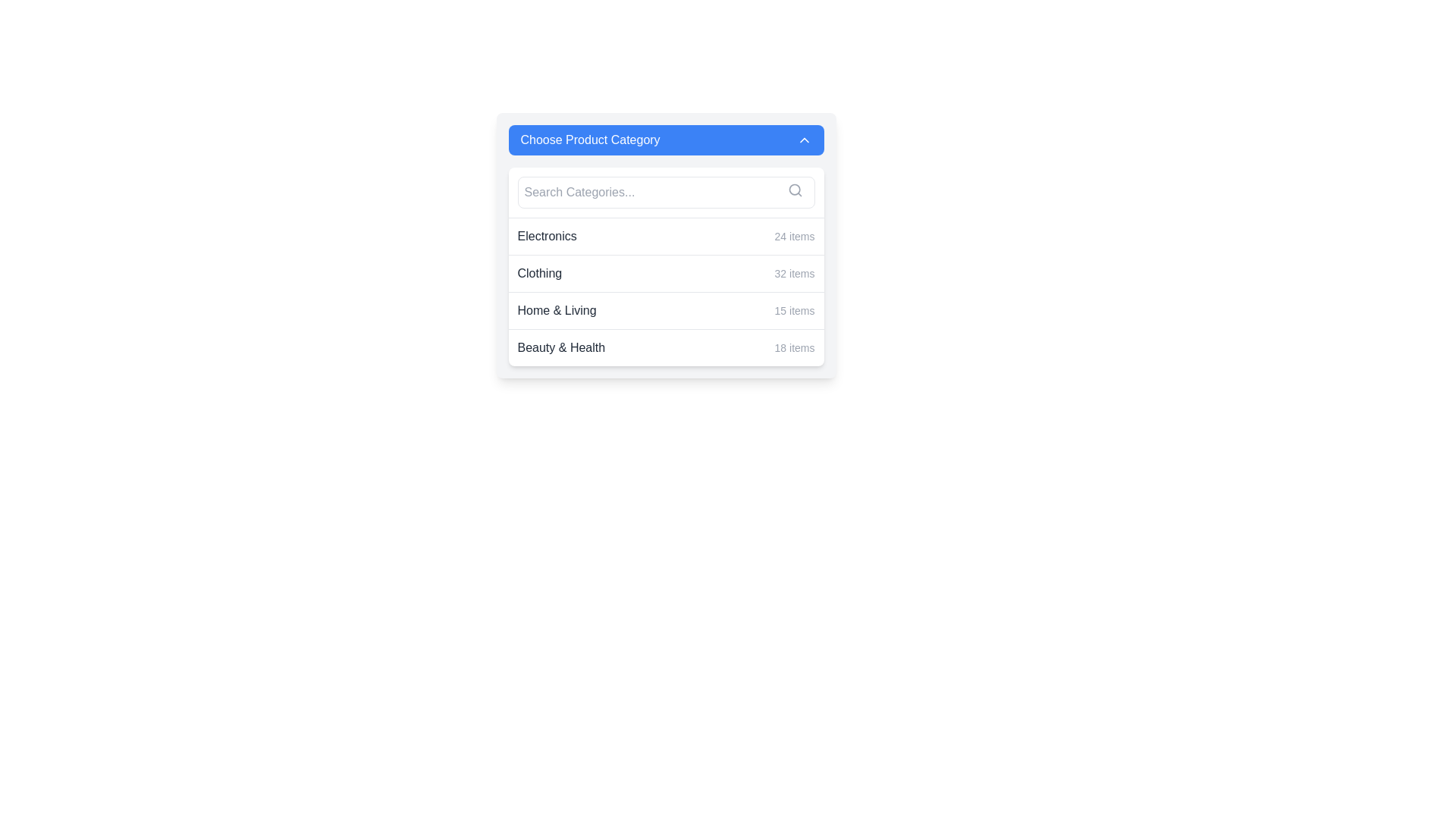 The width and height of the screenshot is (1456, 819). What do you see at coordinates (794, 189) in the screenshot?
I see `the magnifying glass icon located at the top-right corner of the search bar to initiate a search` at bounding box center [794, 189].